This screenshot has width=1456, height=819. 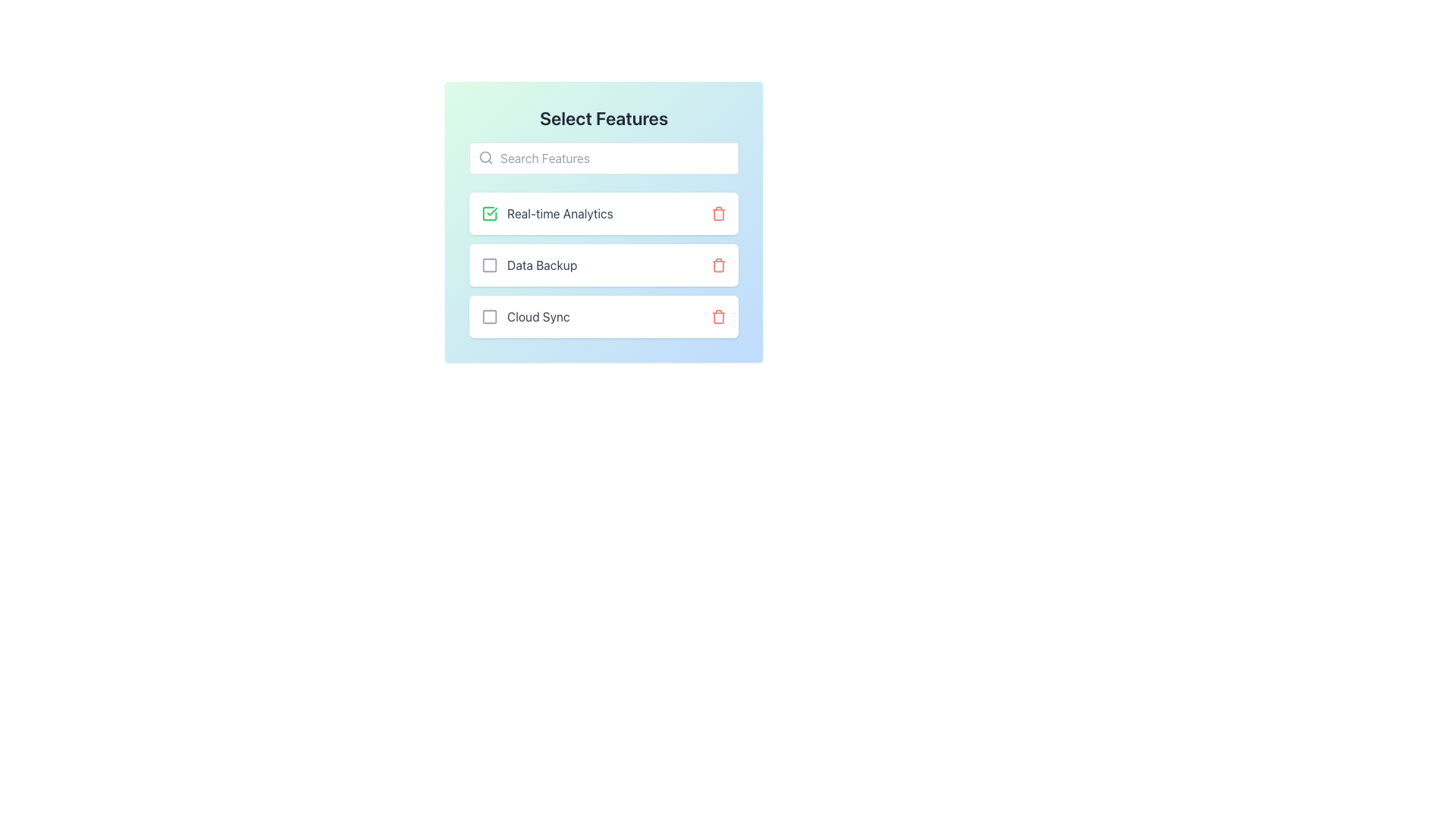 What do you see at coordinates (718, 265) in the screenshot?
I see `the delete icon button located at the far right of the 'Data Backup' row to initiate the deletion process for the associated feature item` at bounding box center [718, 265].